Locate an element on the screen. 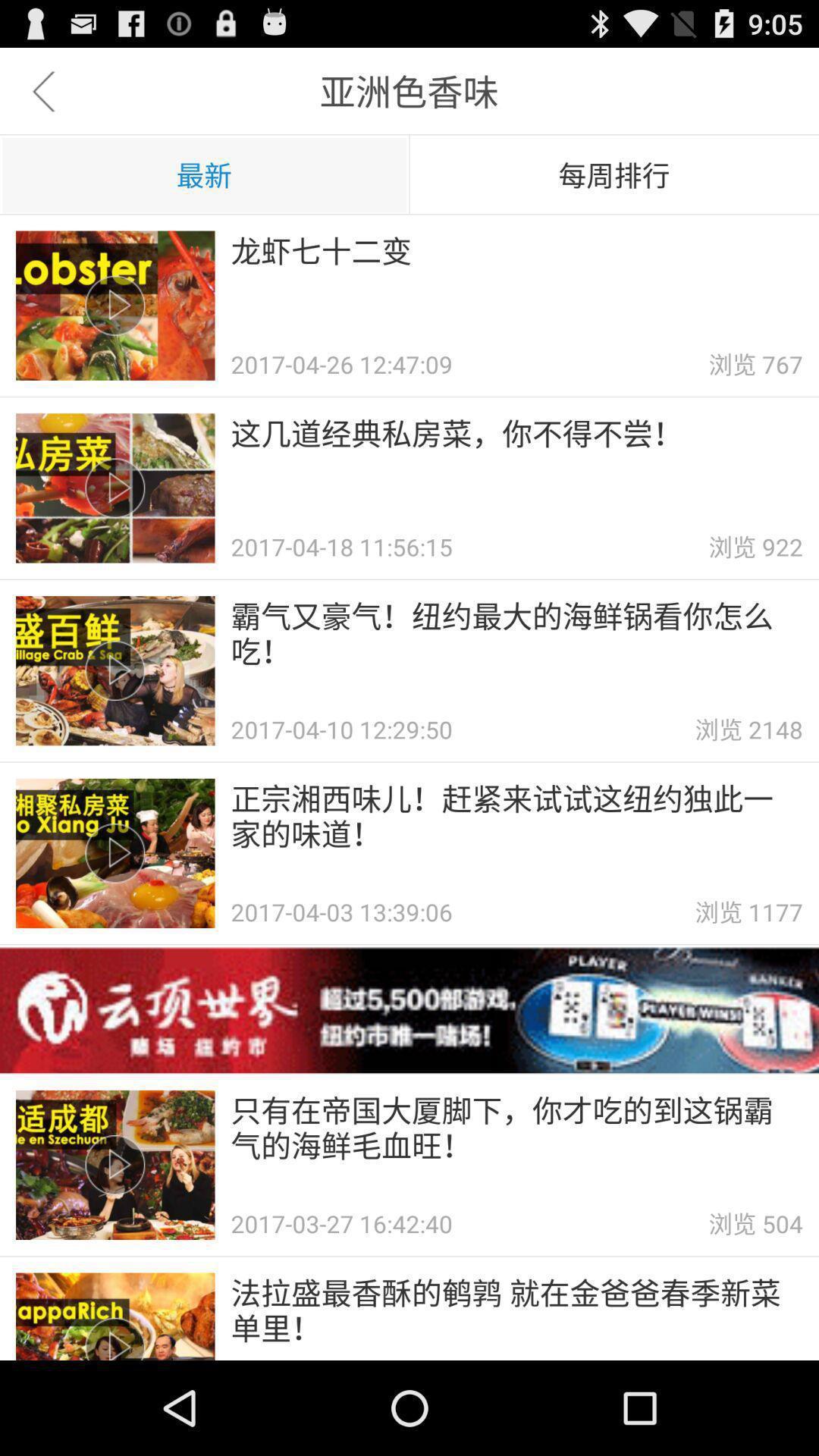  the arrow_backward icon is located at coordinates (42, 97).